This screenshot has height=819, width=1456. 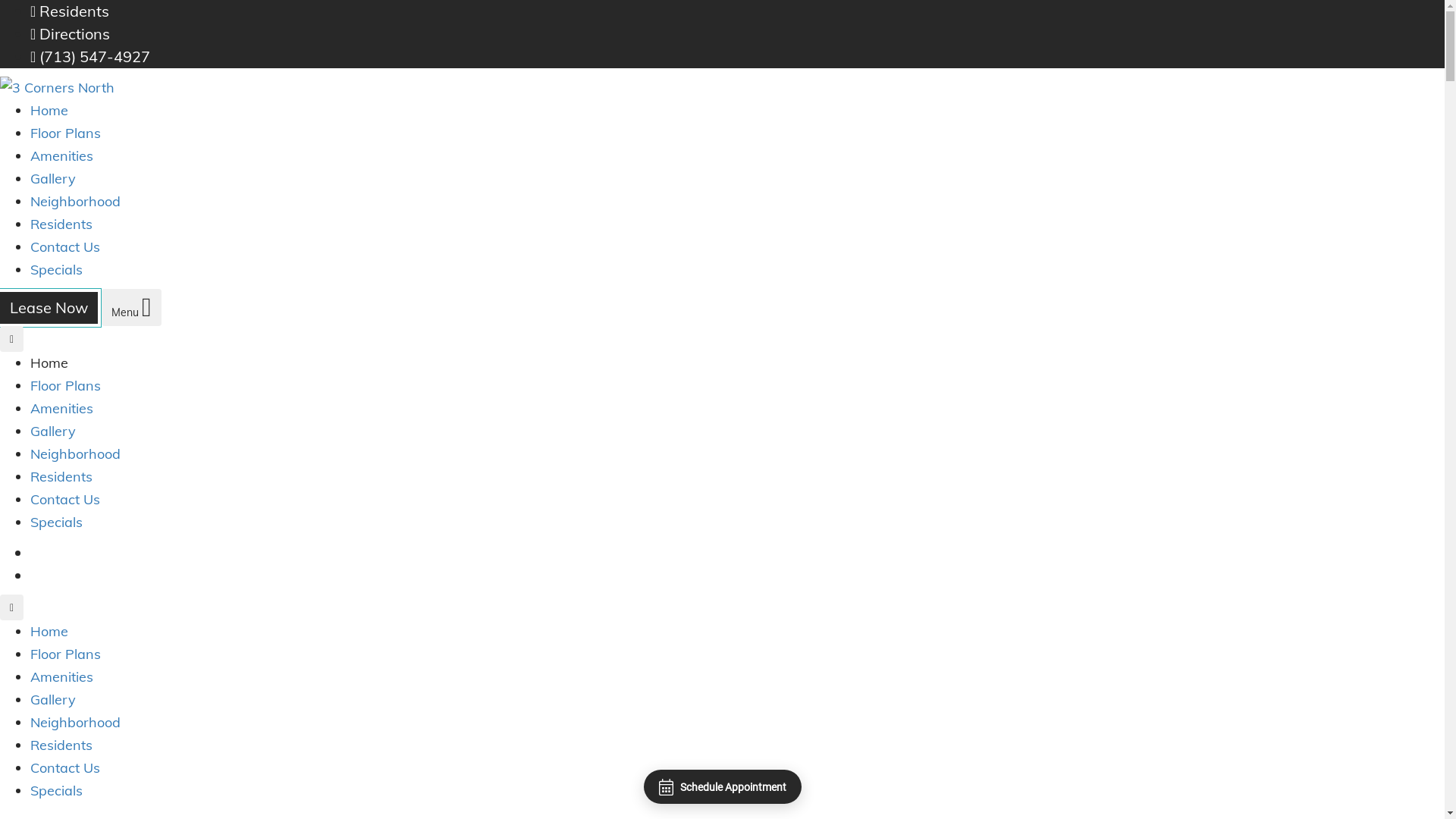 What do you see at coordinates (49, 307) in the screenshot?
I see `'Lease Now'` at bounding box center [49, 307].